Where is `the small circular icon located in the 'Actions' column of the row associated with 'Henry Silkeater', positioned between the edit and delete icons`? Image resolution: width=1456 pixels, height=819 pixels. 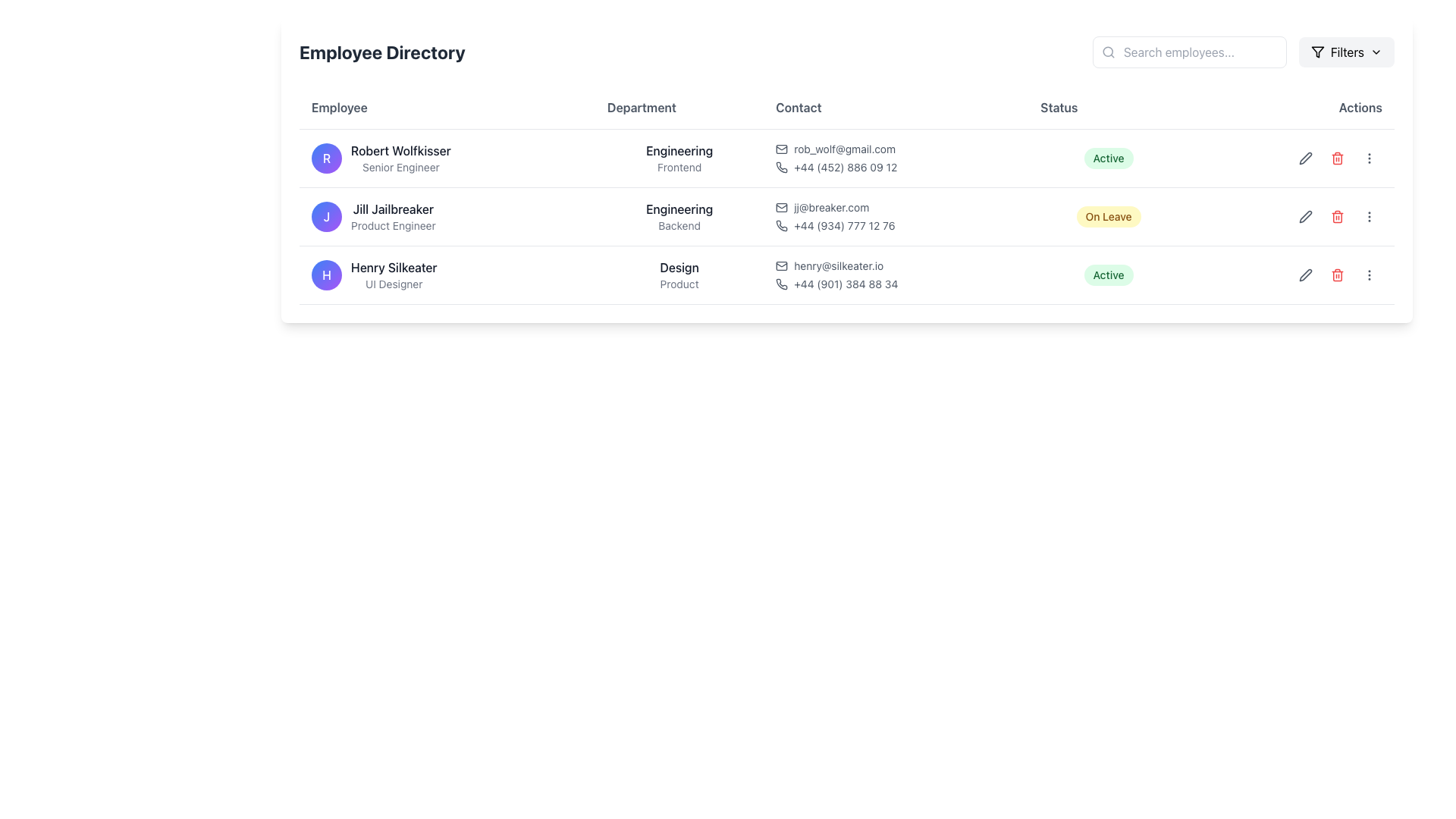 the small circular icon located in the 'Actions' column of the row associated with 'Henry Silkeater', positioned between the edit and delete icons is located at coordinates (1291, 275).